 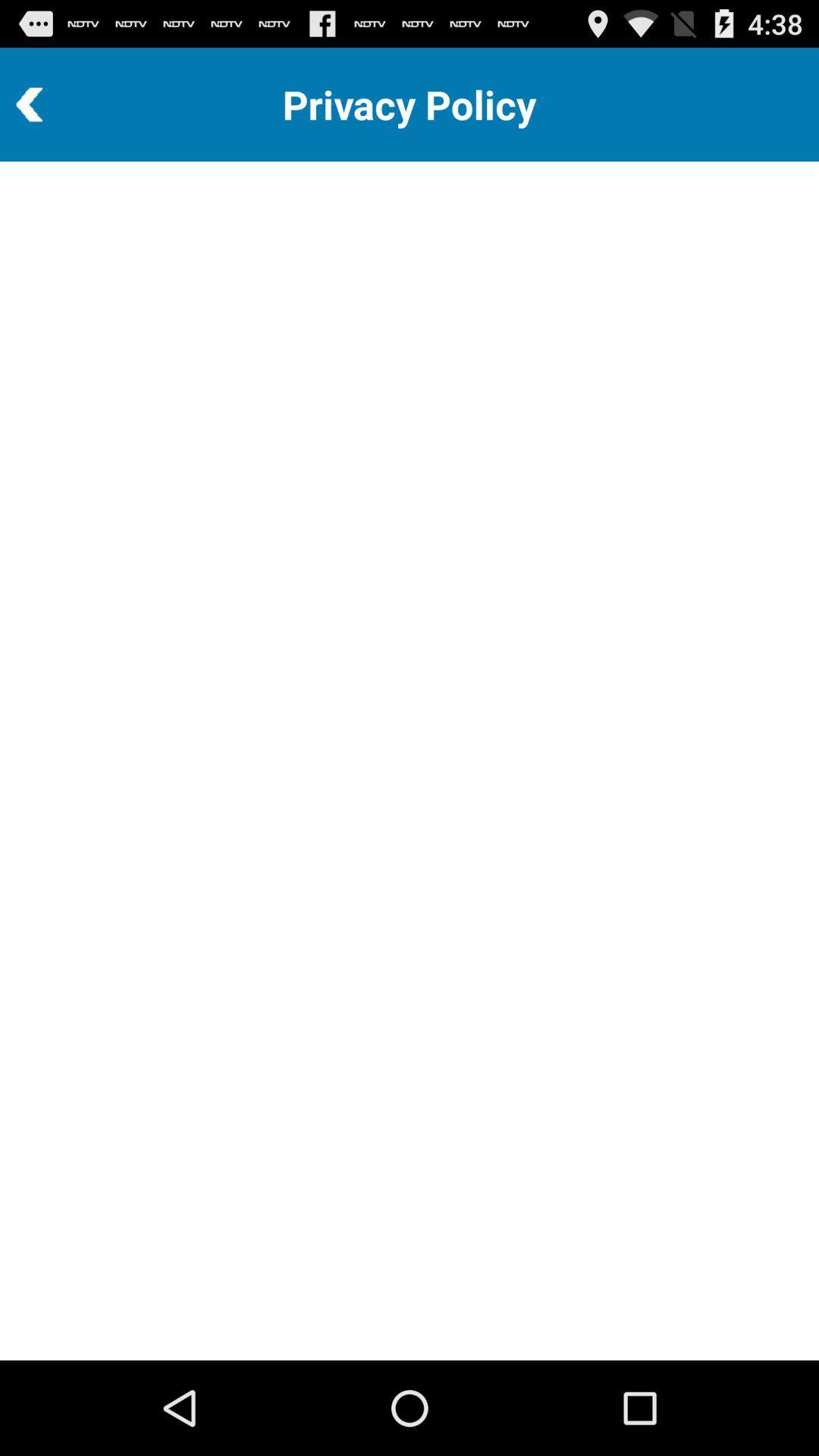 What do you see at coordinates (71, 104) in the screenshot?
I see `app next to the privacy policy app` at bounding box center [71, 104].